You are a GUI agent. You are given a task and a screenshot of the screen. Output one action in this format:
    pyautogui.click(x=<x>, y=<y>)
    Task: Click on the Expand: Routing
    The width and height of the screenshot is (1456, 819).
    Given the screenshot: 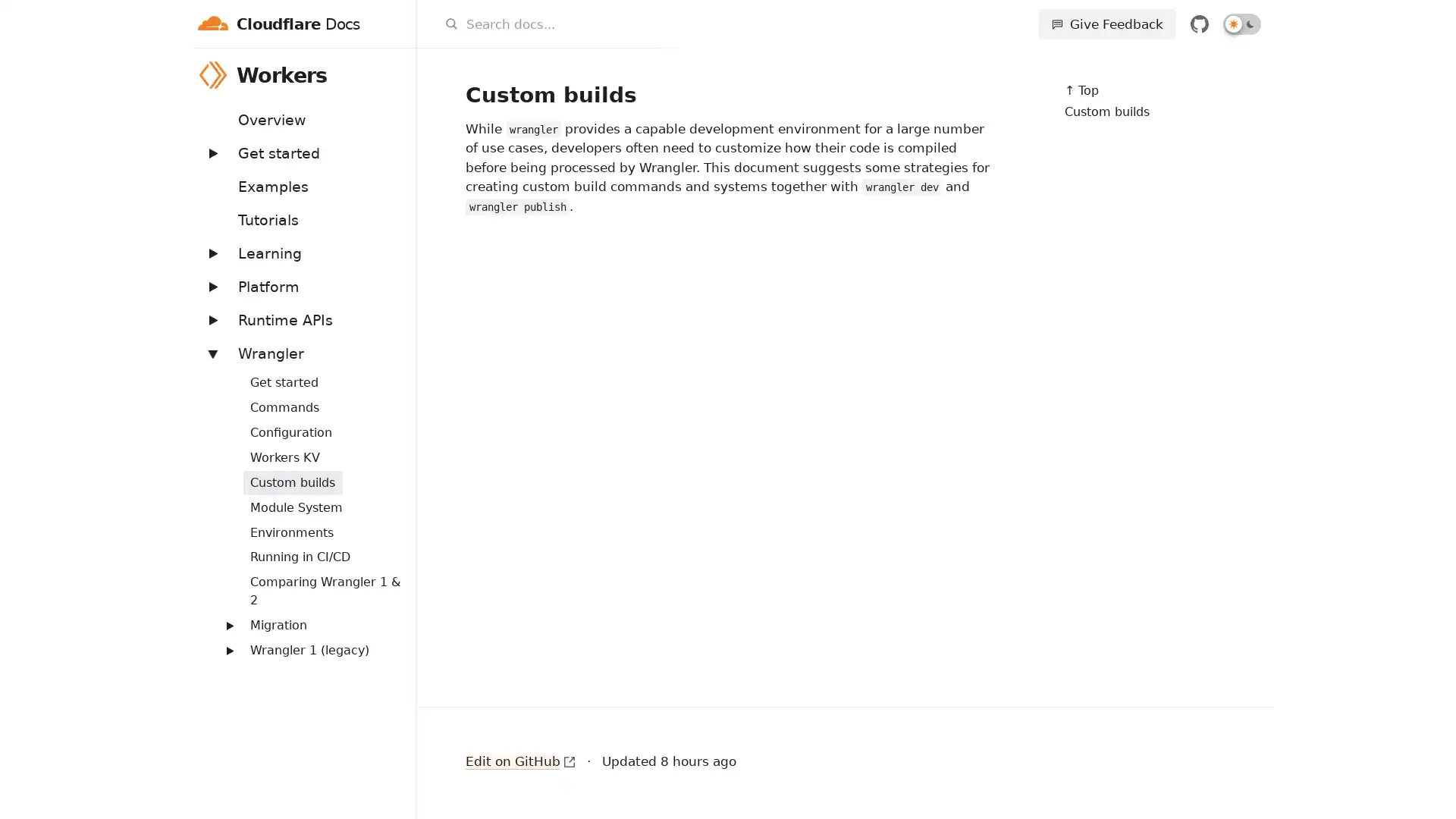 What is the action you would take?
    pyautogui.click(x=221, y=640)
    